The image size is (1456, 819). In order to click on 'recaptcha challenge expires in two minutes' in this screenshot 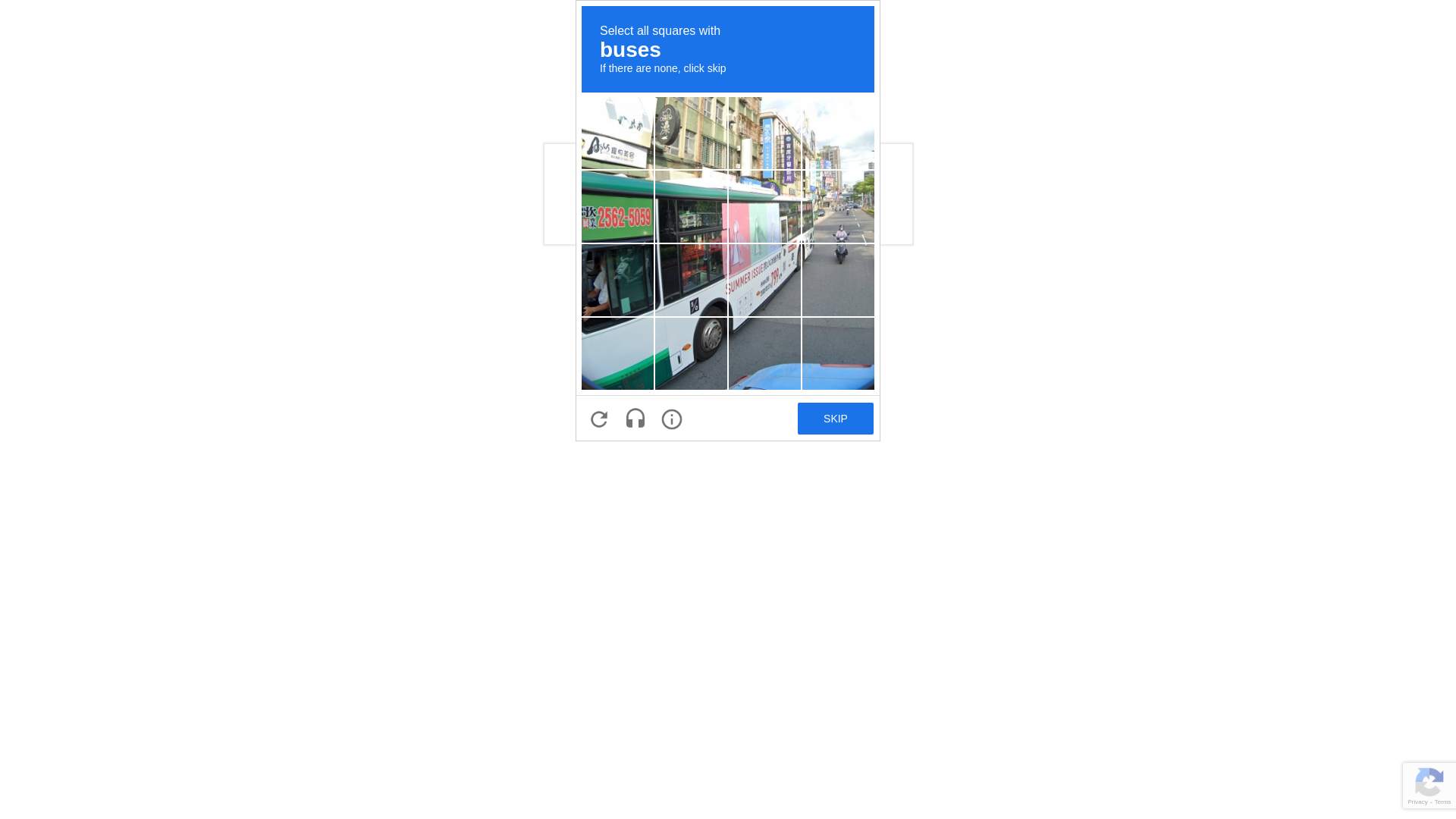, I will do `click(728, 220)`.